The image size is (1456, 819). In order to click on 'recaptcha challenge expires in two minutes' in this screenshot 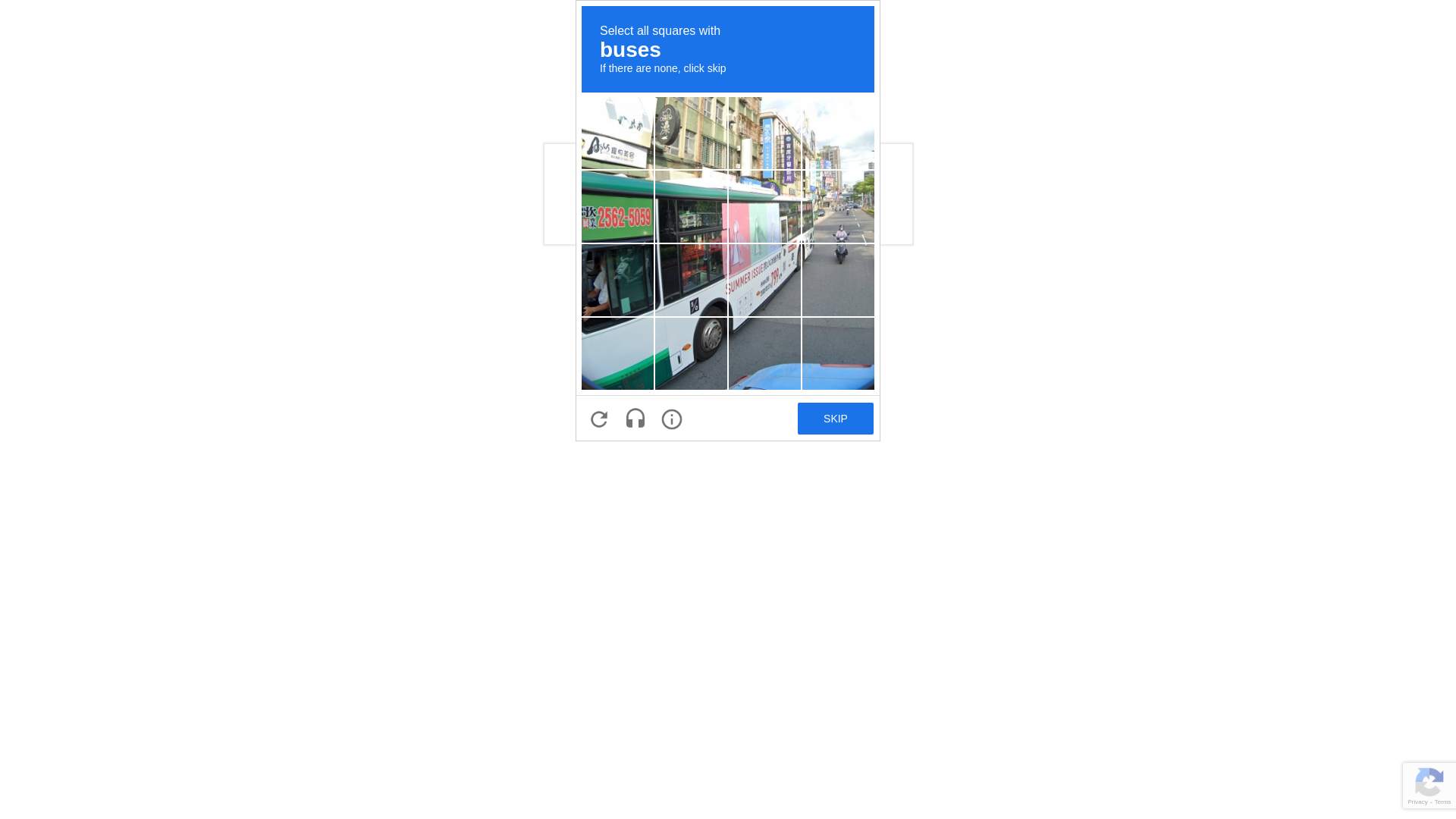, I will do `click(728, 220)`.